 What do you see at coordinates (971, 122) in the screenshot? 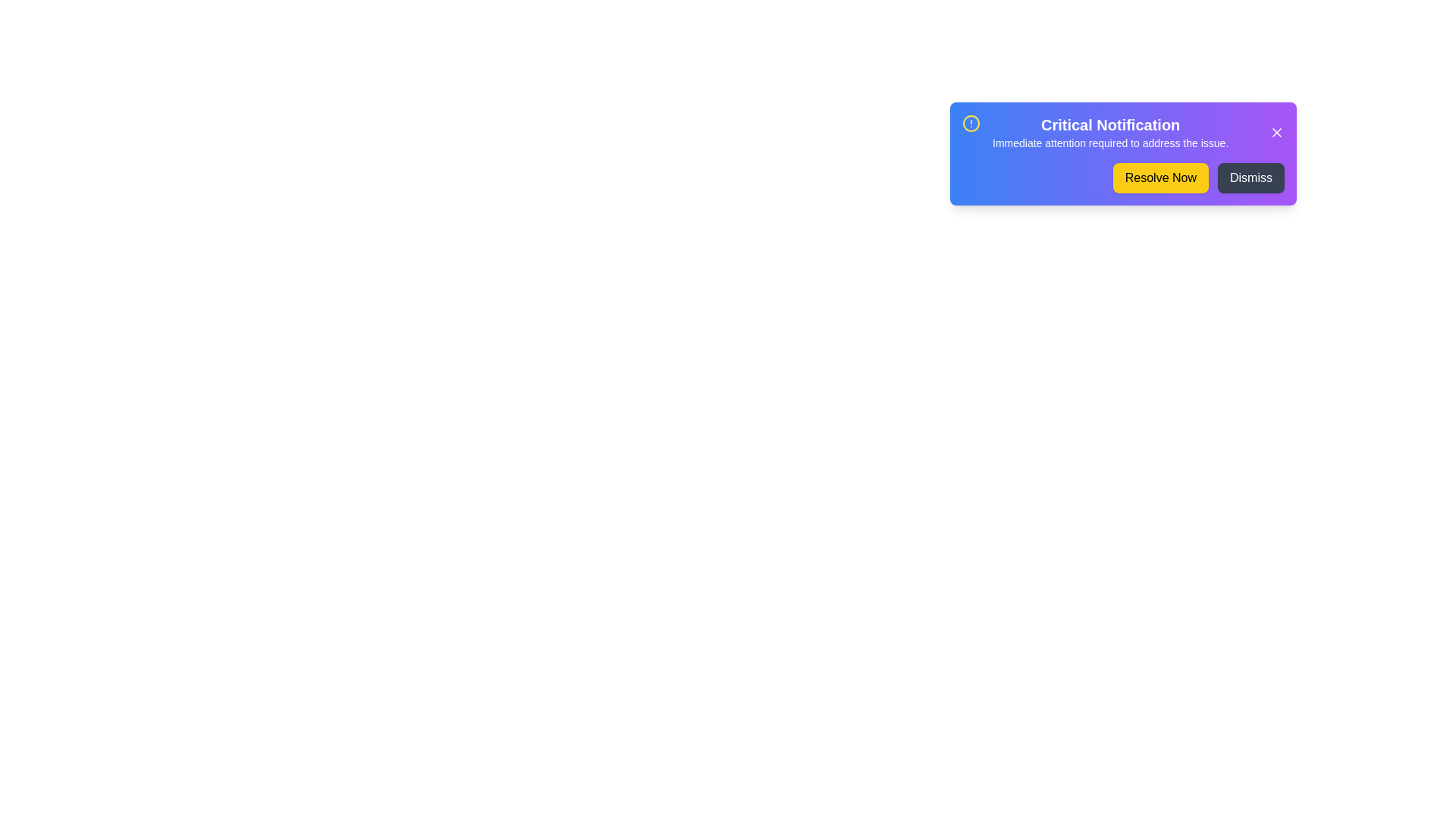
I see `the critical notification icon located in the notification bar, which is positioned to the left of the text 'Critical Notification'` at bounding box center [971, 122].